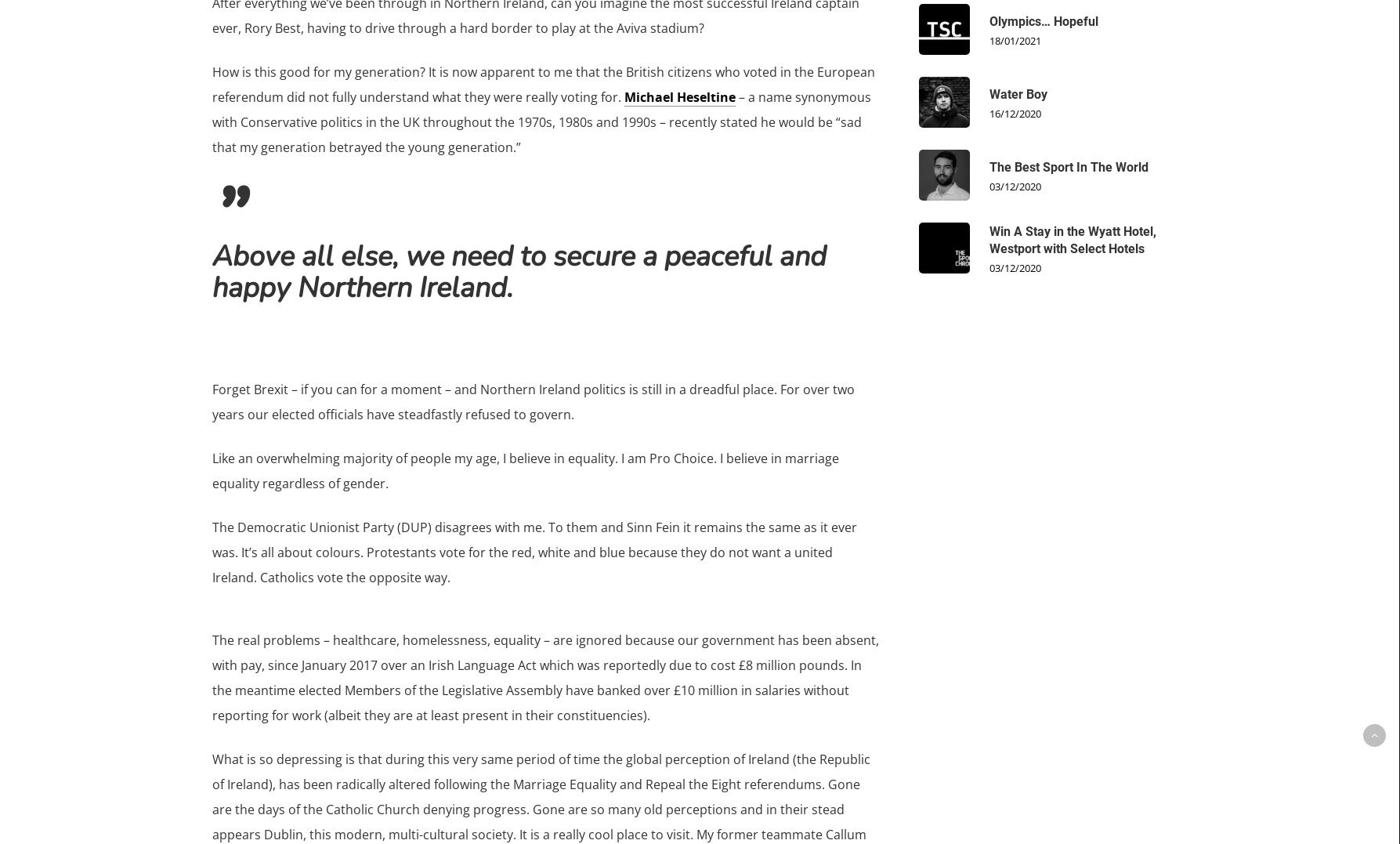 Image resolution: width=1400 pixels, height=844 pixels. What do you see at coordinates (541, 84) in the screenshot?
I see `'How is this good for my generation? It is now apparent to me that the British citizens who voted in the European referendum did not fully understand what they were really voting for.'` at bounding box center [541, 84].